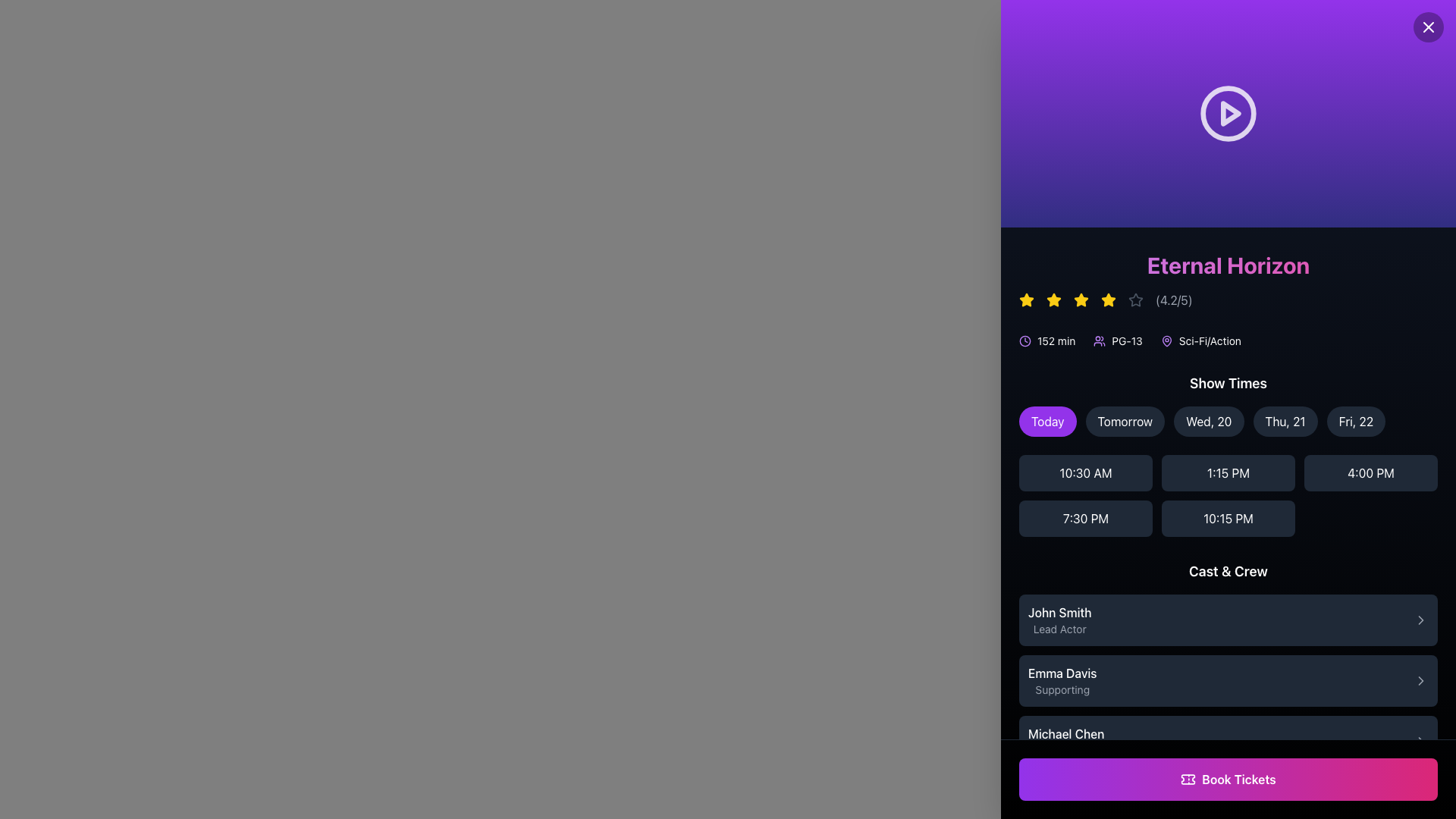 Image resolution: width=1456 pixels, height=819 pixels. I want to click on the play icon, which is a white triangle inside a circular border, so click(1231, 113).